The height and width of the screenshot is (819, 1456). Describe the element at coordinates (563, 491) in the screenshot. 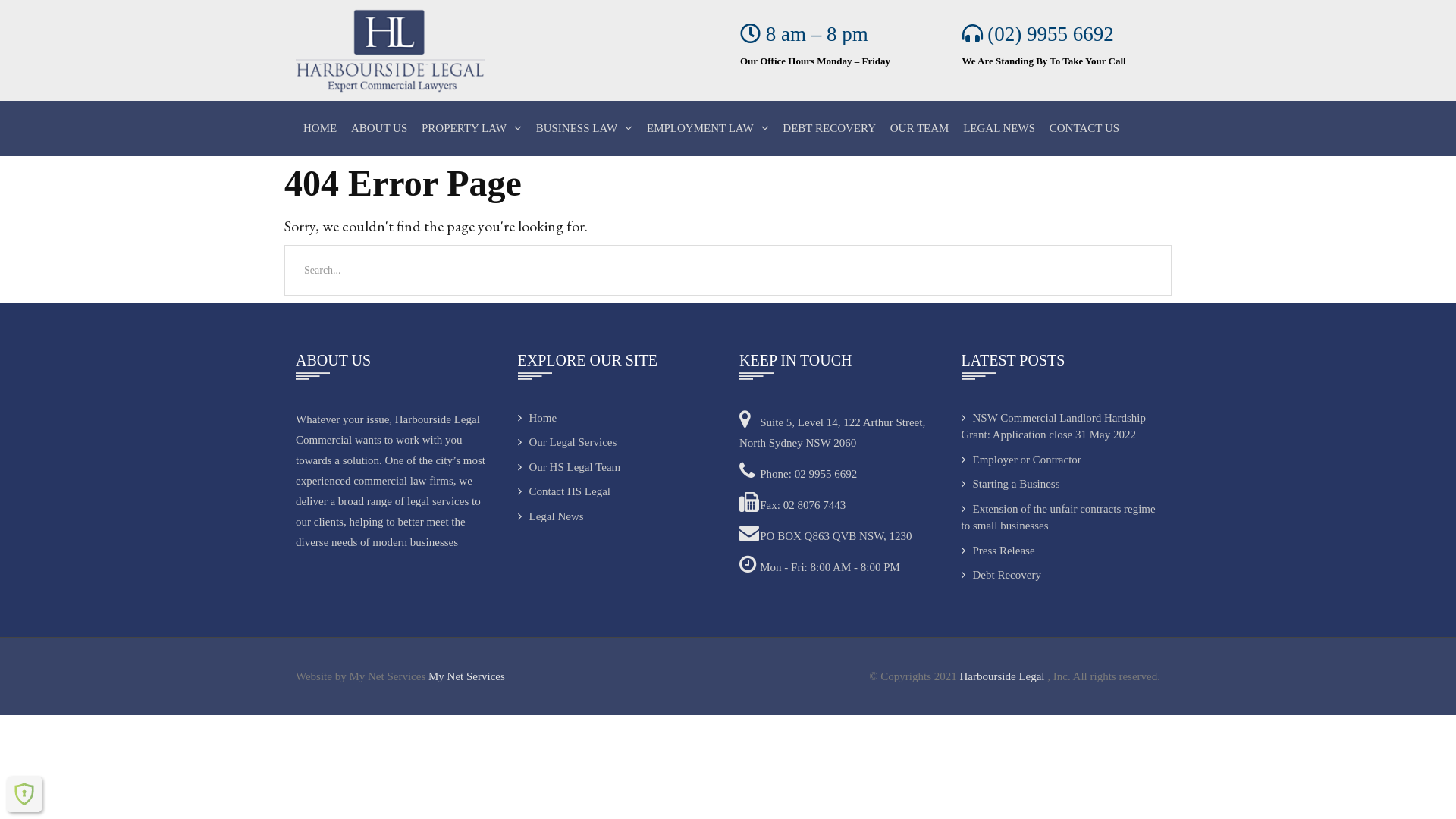

I see `'Contact HS Legal'` at that location.